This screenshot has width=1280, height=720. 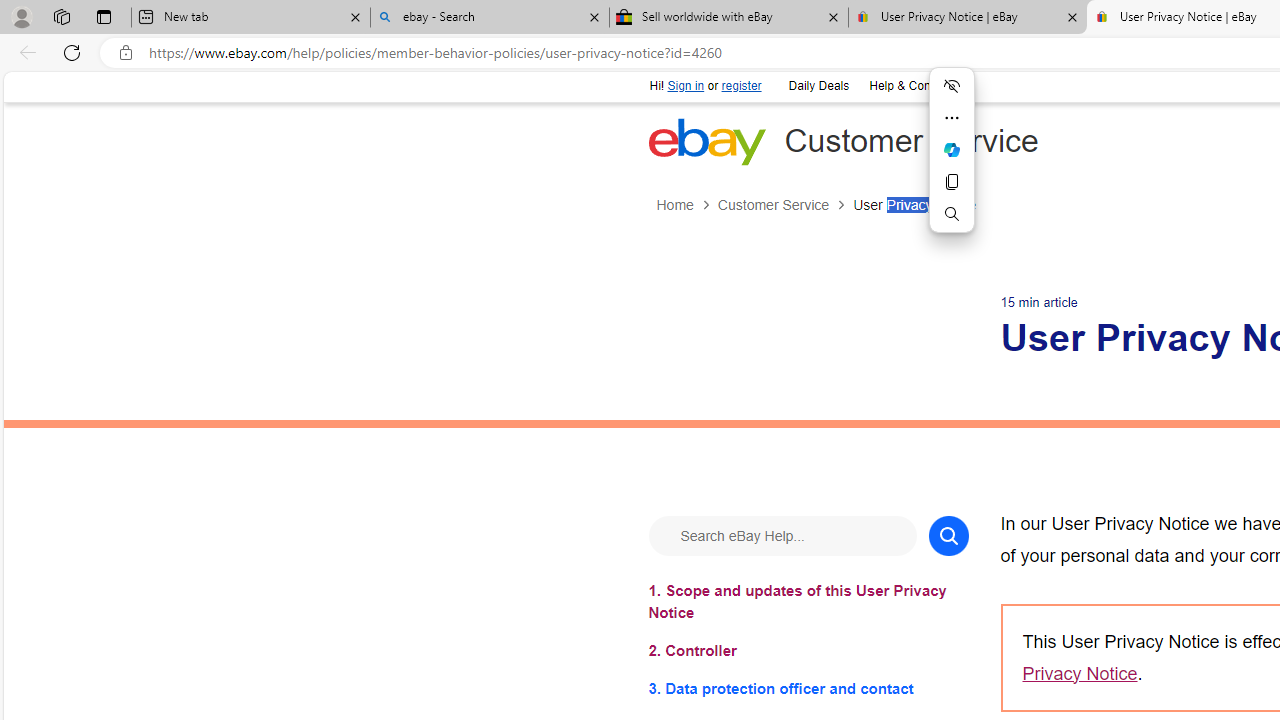 What do you see at coordinates (951, 85) in the screenshot?
I see `'Hide menu'` at bounding box center [951, 85].